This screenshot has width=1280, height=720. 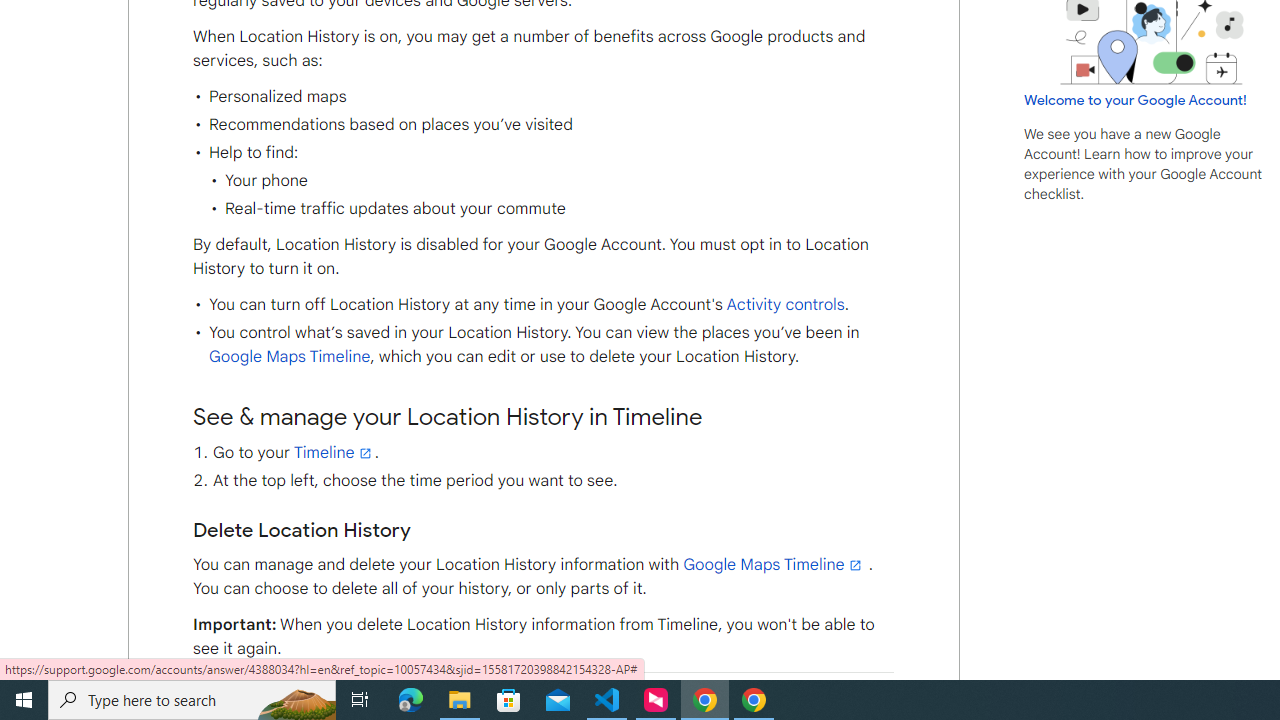 What do you see at coordinates (334, 452) in the screenshot?
I see `'Timeline'` at bounding box center [334, 452].